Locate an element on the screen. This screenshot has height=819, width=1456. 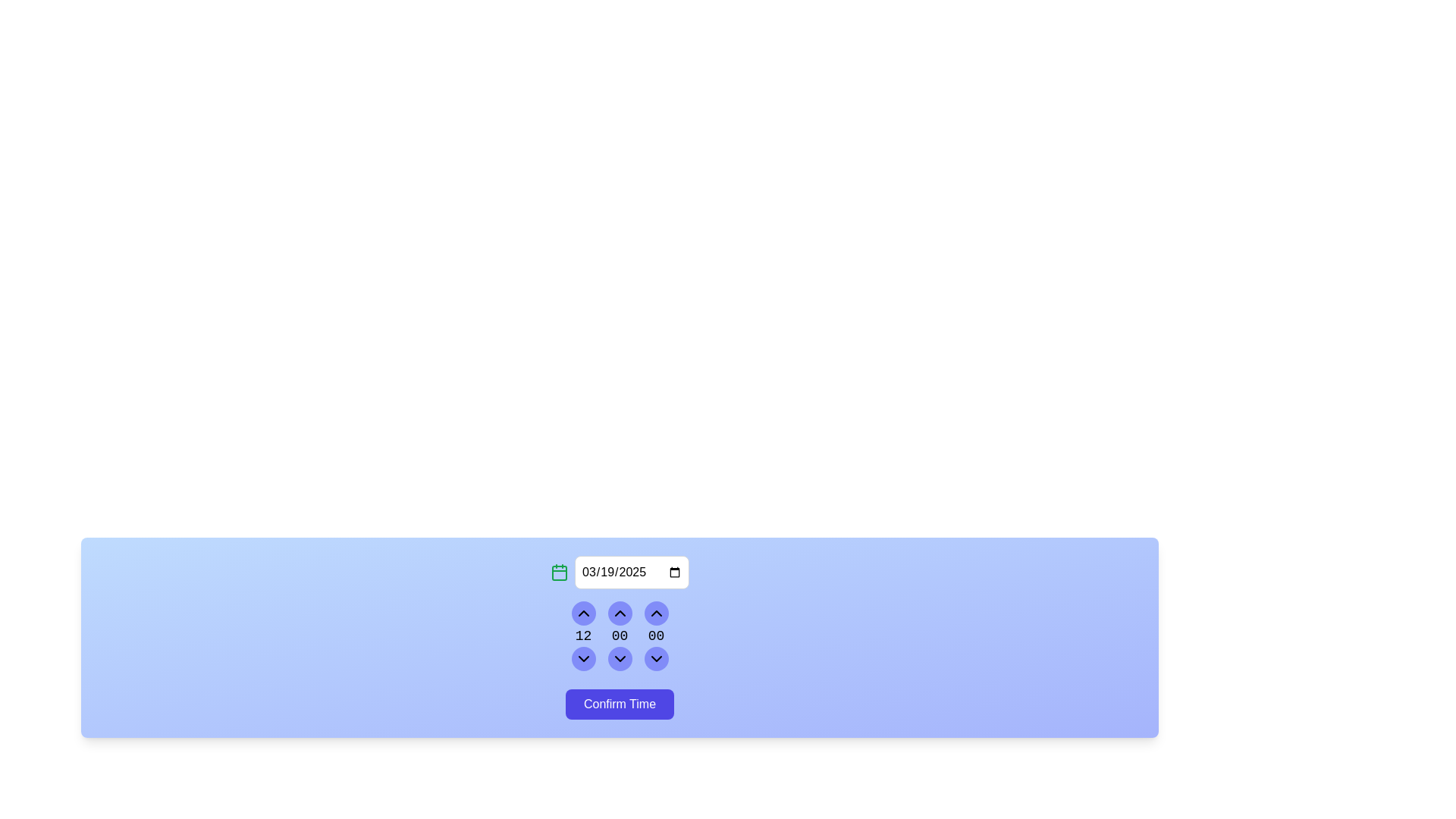
the downward button in the numeric display component of the time selector to decrease the value is located at coordinates (620, 636).